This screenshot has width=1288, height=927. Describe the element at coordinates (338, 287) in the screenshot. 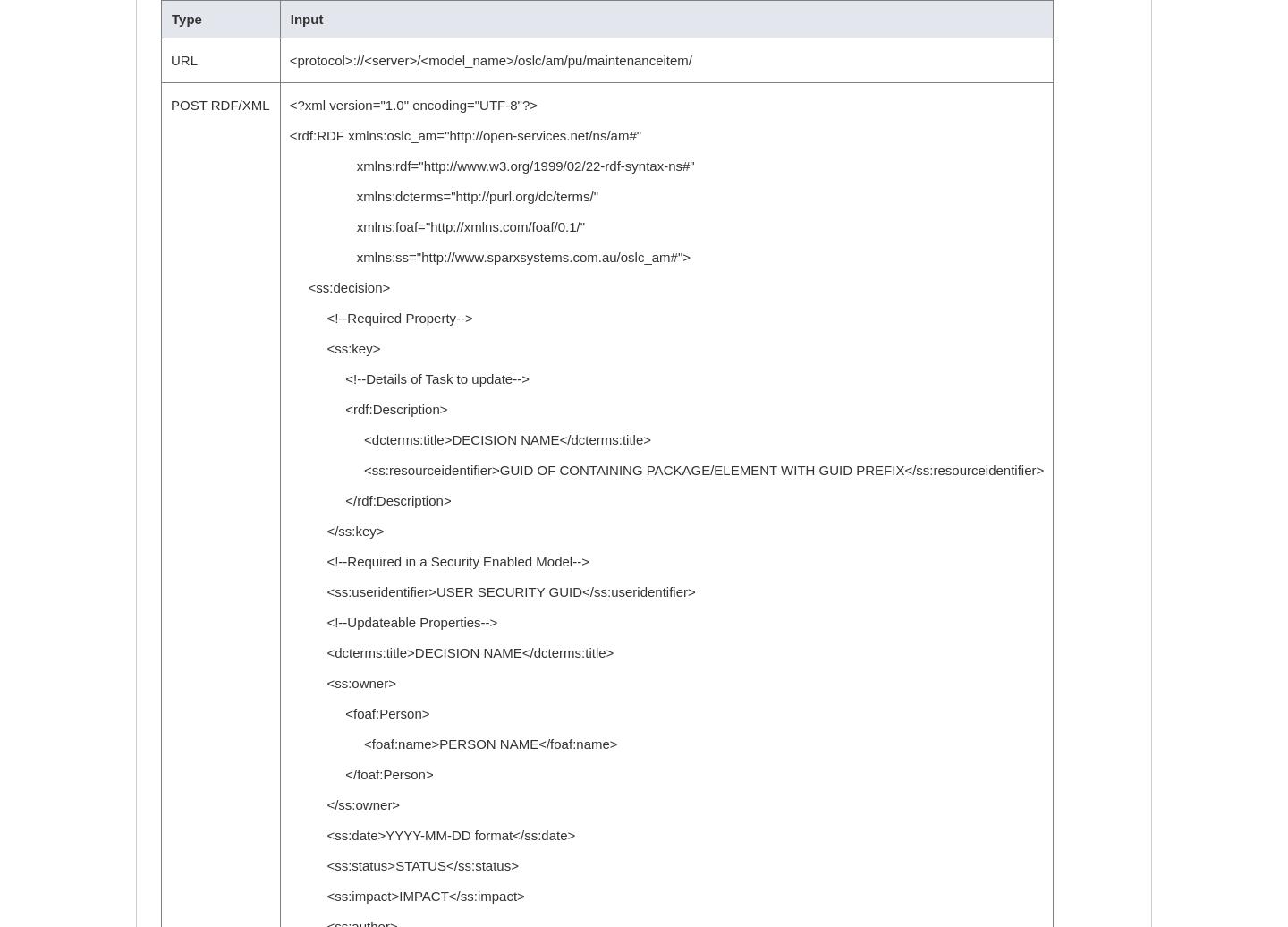

I see `'<ss:decision>'` at that location.